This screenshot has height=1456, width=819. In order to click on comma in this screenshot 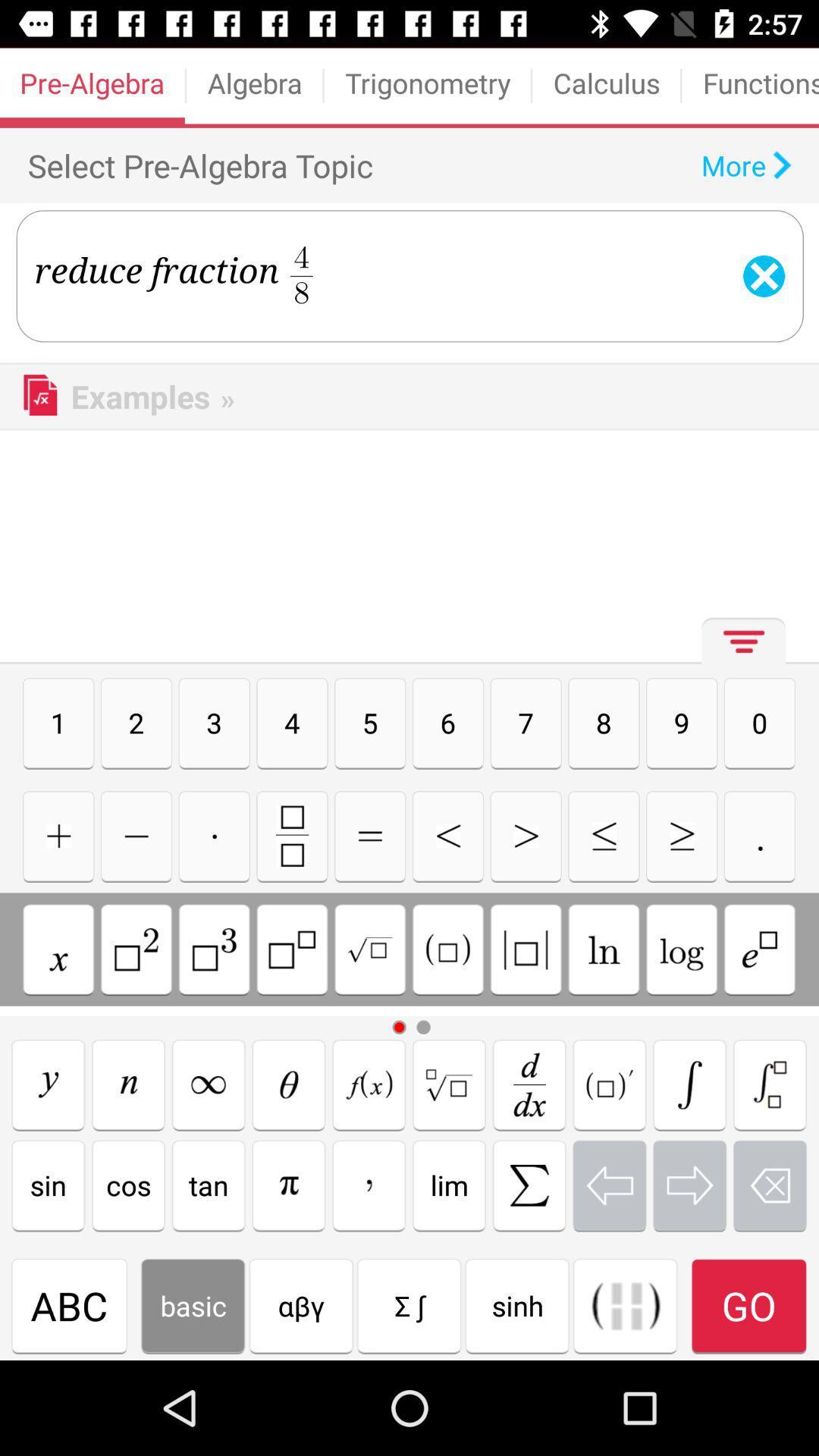, I will do `click(369, 1185)`.